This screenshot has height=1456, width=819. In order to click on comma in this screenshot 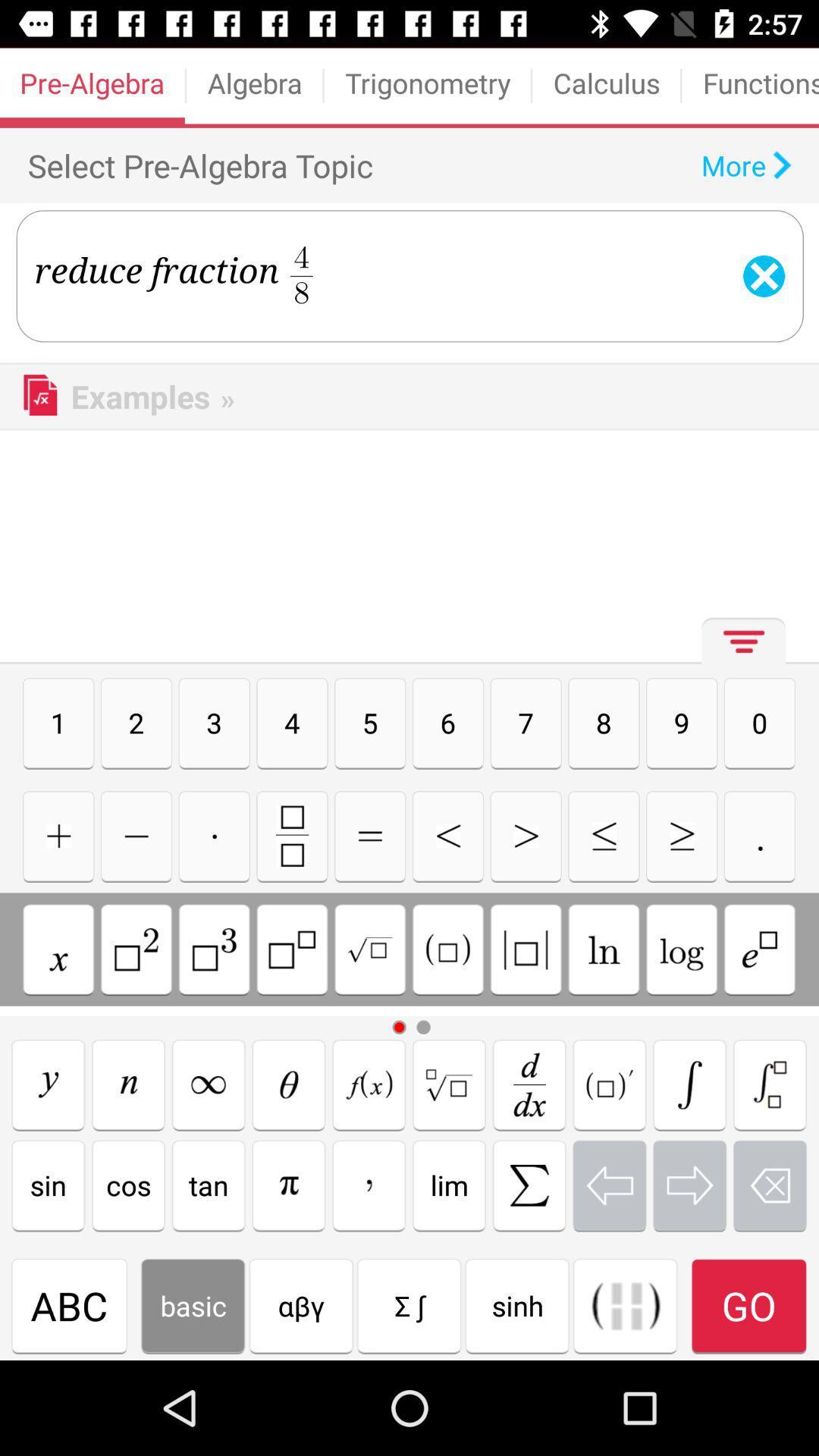, I will do `click(369, 1185)`.